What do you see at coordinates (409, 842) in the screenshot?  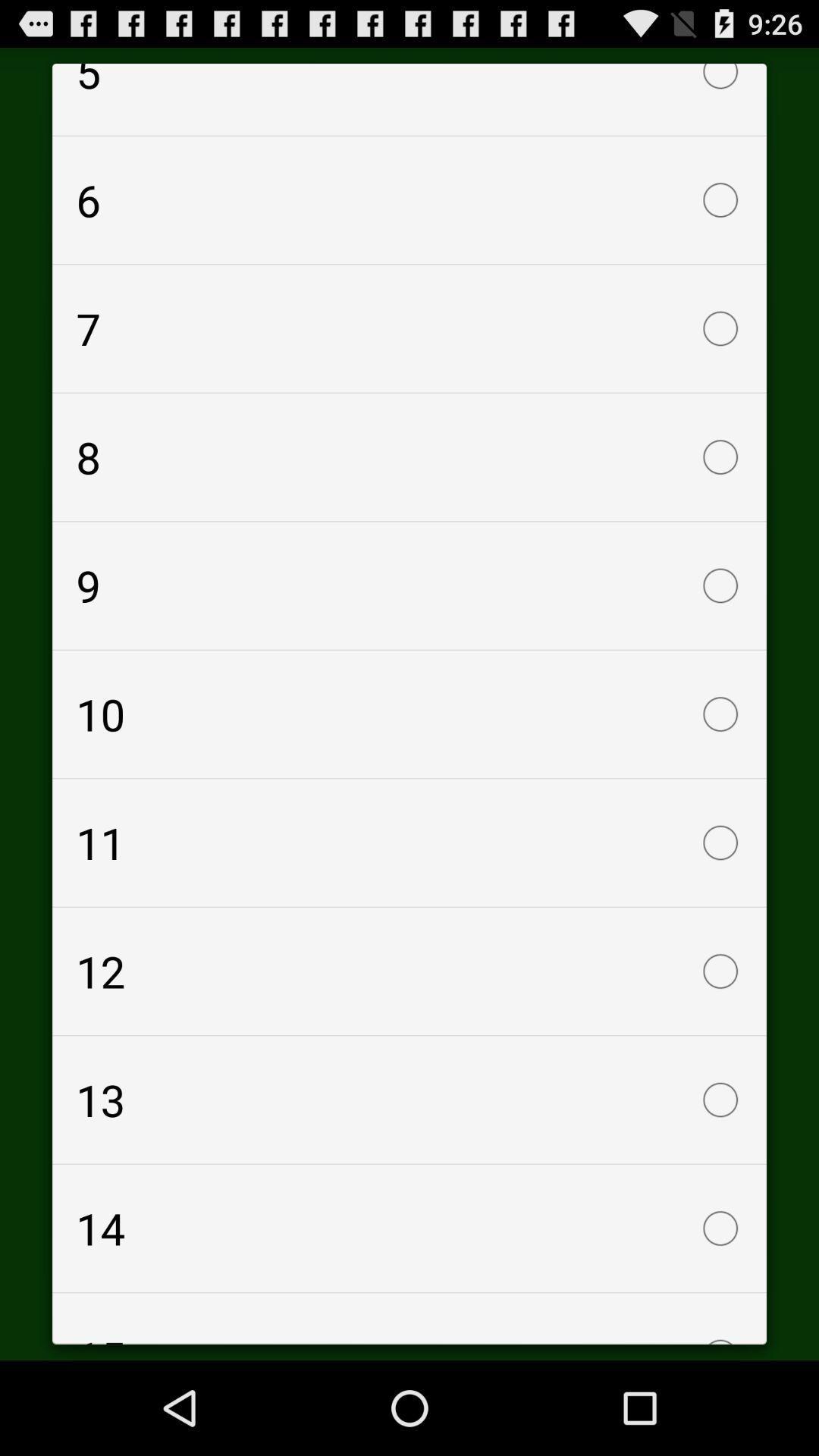 I see `checkbox above the 12 checkbox` at bounding box center [409, 842].